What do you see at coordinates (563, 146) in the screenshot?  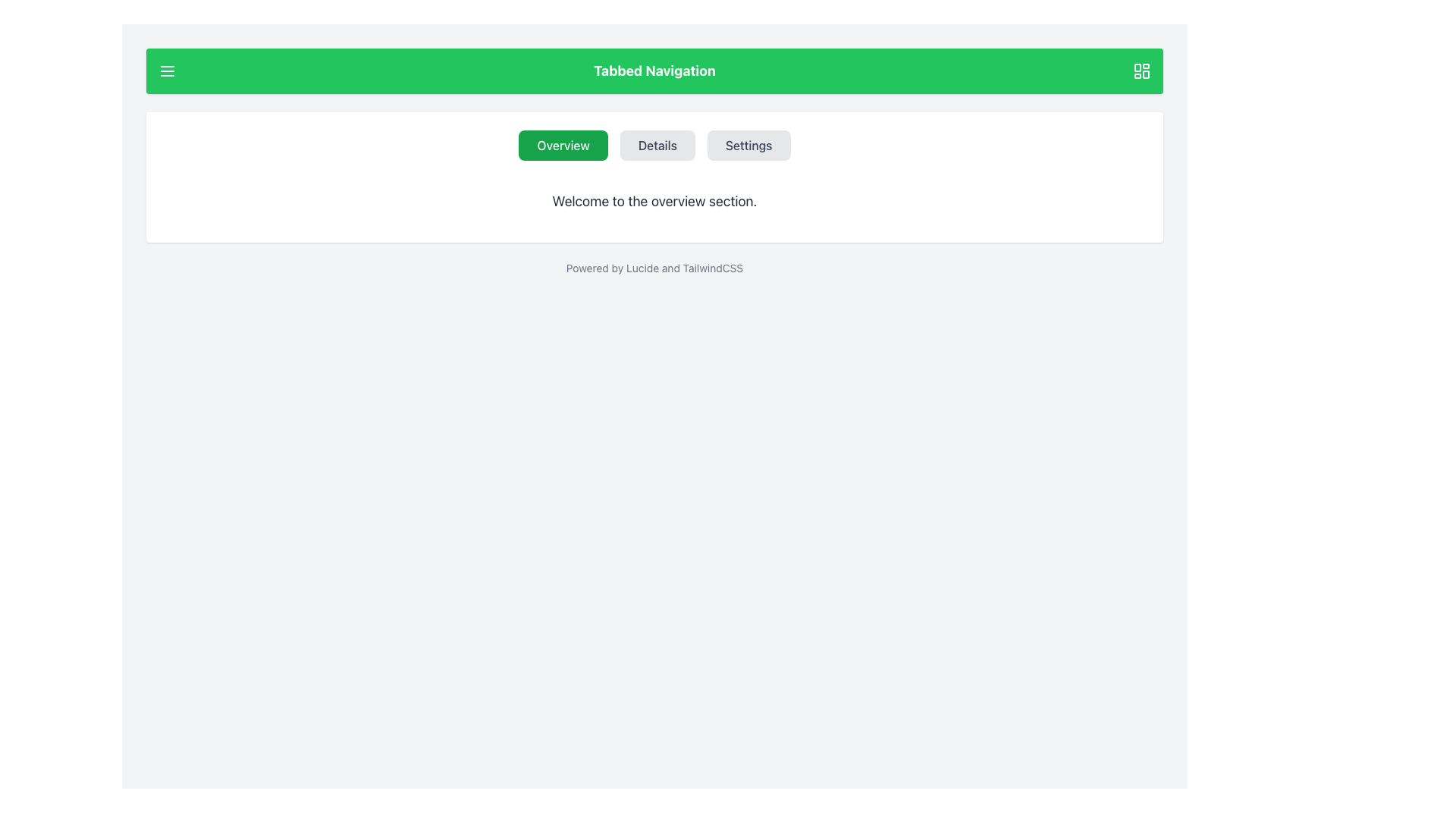 I see `the rounded green button labeled 'Overview' to trigger the hover effect, which changes its background color` at bounding box center [563, 146].